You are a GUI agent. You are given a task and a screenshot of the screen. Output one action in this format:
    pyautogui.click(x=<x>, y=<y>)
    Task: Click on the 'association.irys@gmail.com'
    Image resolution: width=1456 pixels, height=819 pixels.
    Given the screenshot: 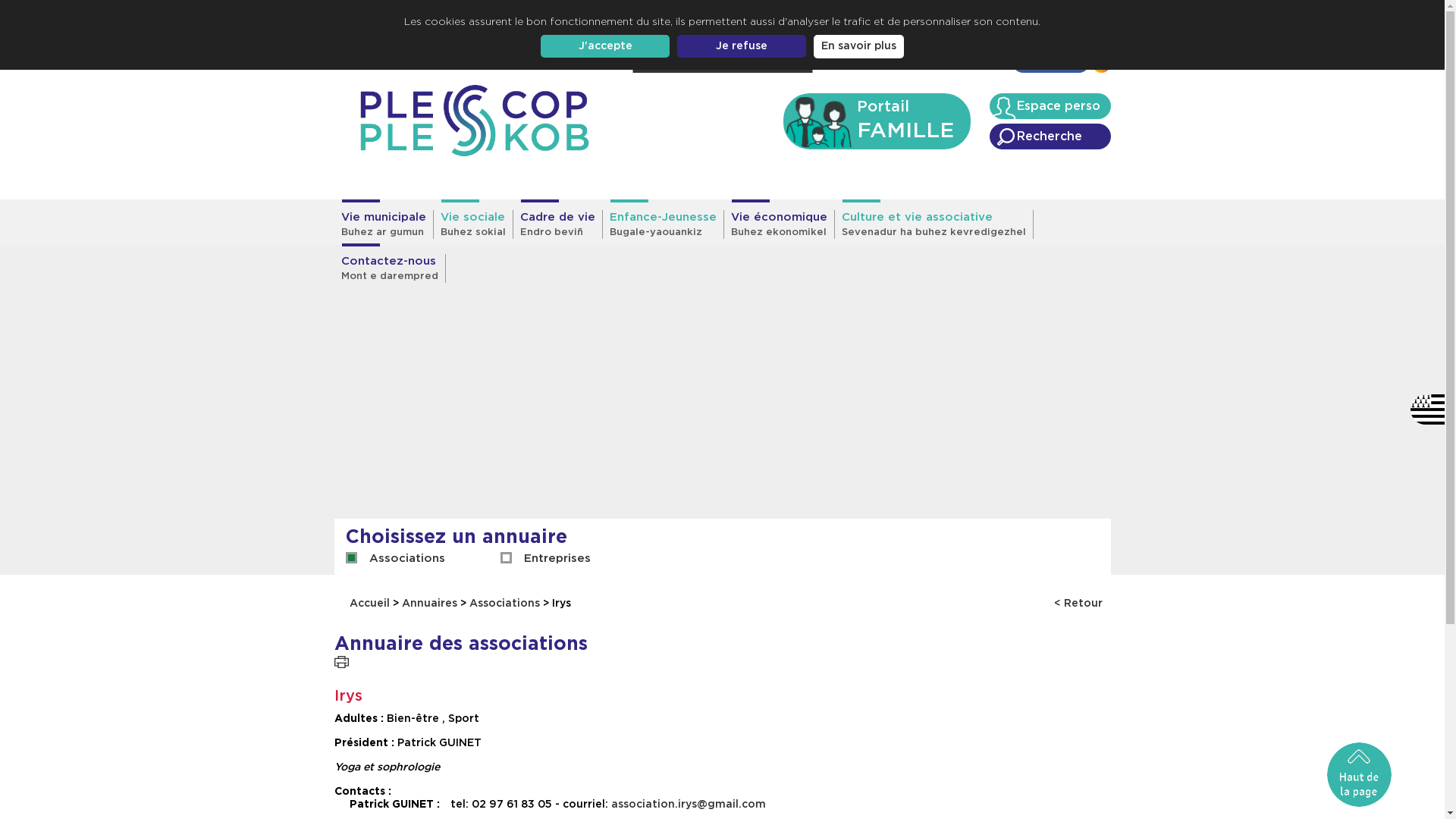 What is the action you would take?
    pyautogui.click(x=687, y=803)
    